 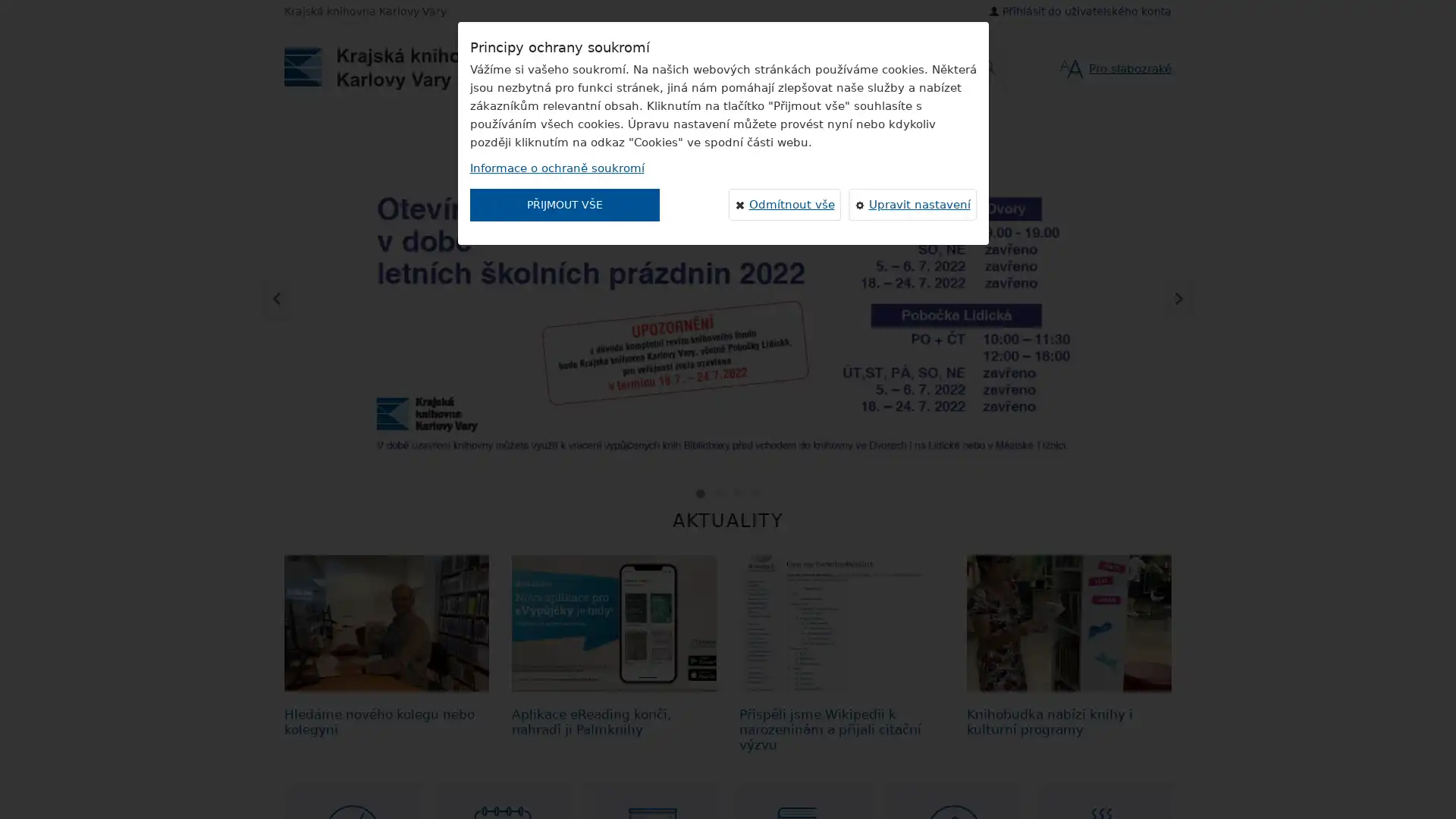 What do you see at coordinates (786, 67) in the screenshot?
I see `HLEDAT` at bounding box center [786, 67].